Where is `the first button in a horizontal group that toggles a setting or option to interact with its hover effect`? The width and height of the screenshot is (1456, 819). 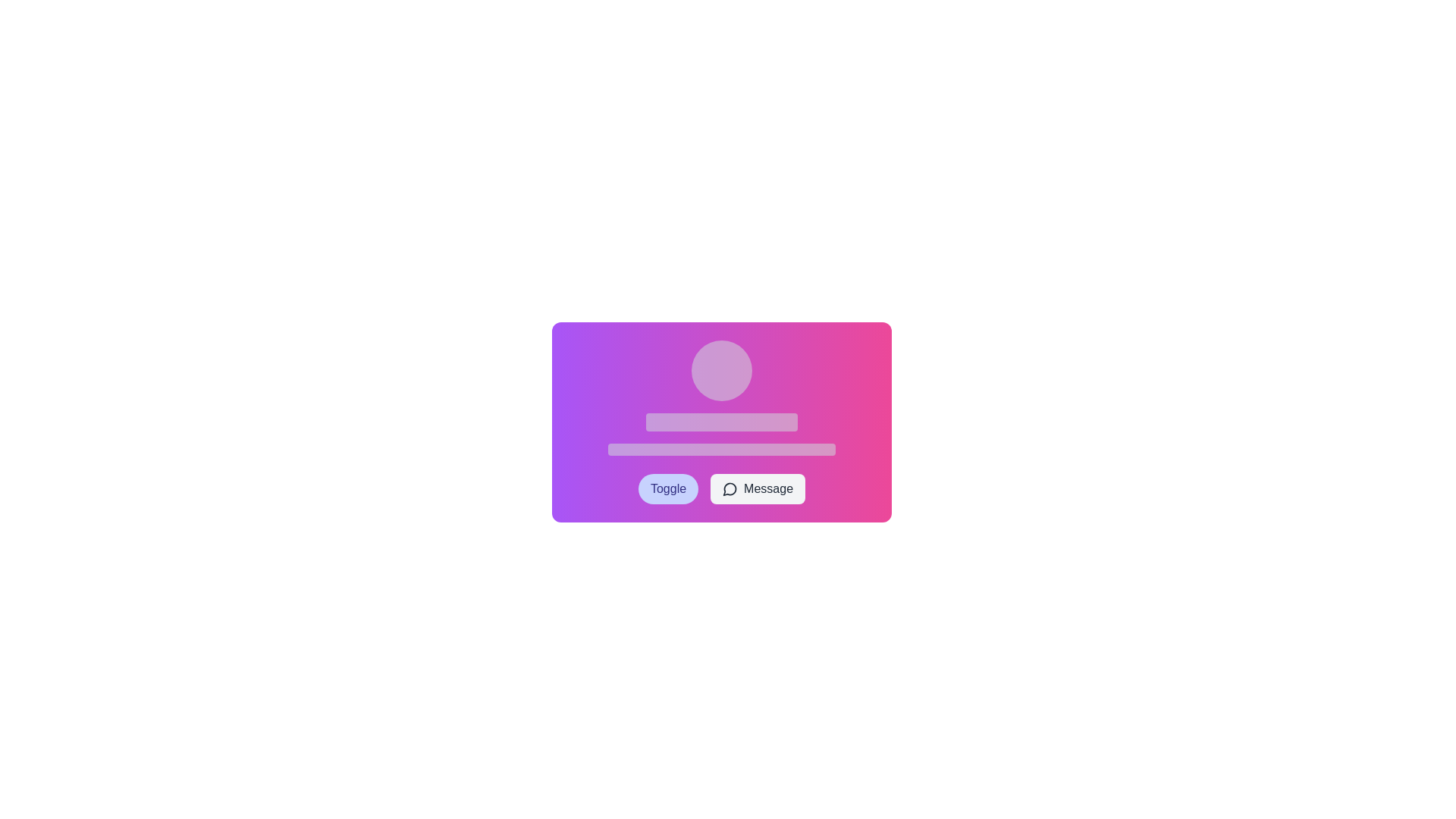
the first button in a horizontal group that toggles a setting or option to interact with its hover effect is located at coordinates (667, 488).